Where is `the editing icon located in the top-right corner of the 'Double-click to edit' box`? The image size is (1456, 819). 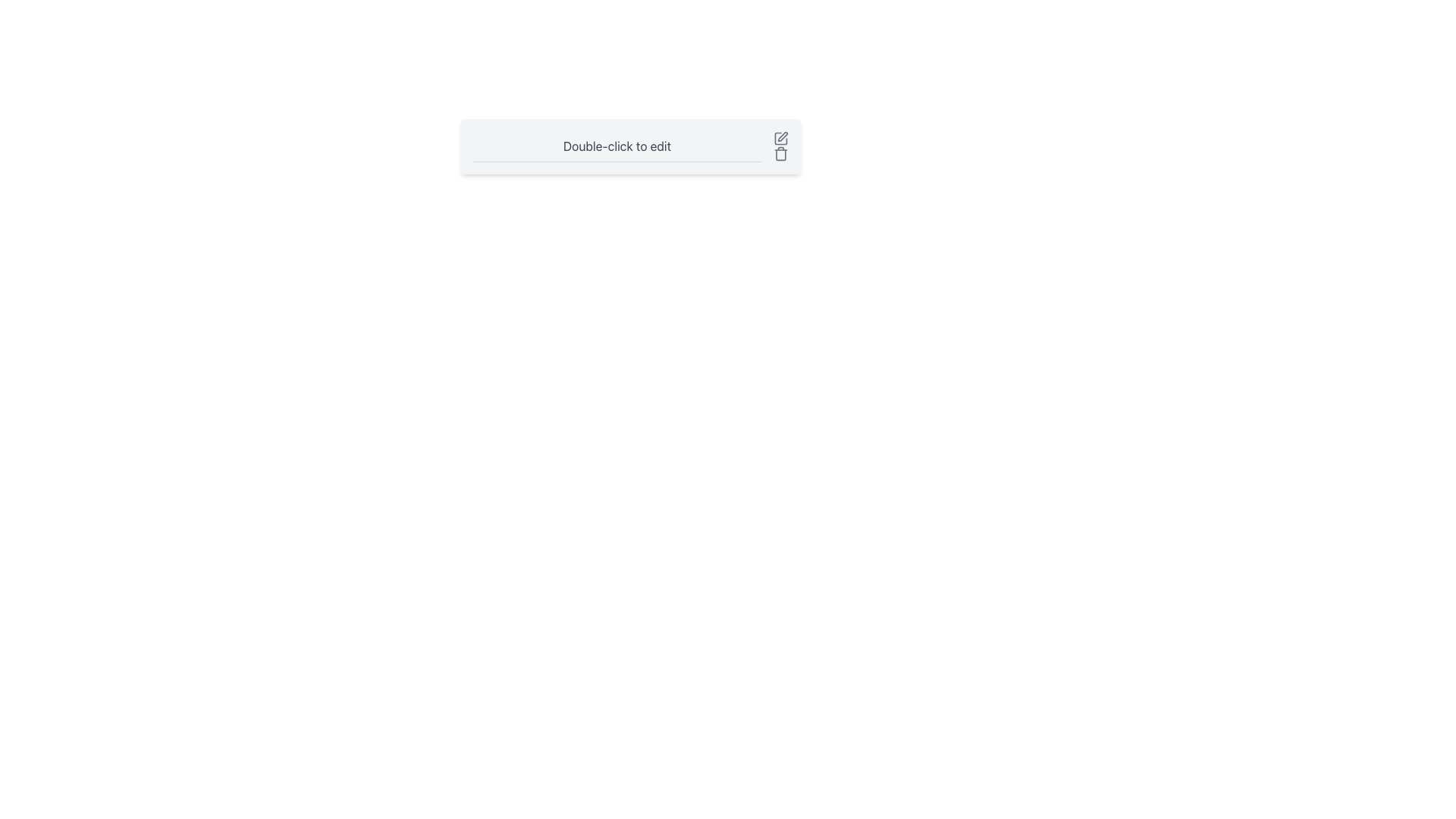 the editing icon located in the top-right corner of the 'Double-click to edit' box is located at coordinates (781, 138).